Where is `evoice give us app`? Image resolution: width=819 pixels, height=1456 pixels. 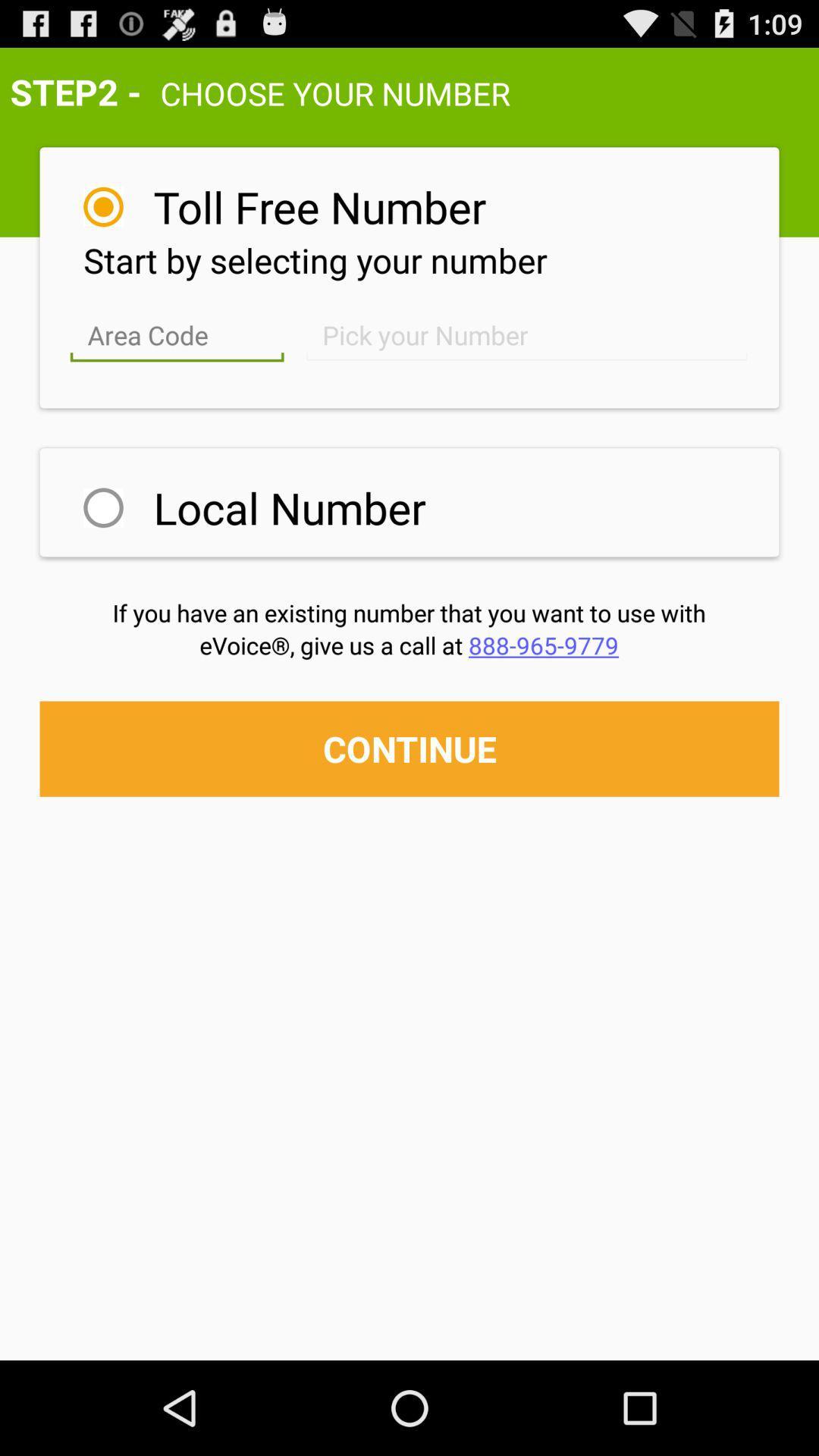
evoice give us app is located at coordinates (408, 645).